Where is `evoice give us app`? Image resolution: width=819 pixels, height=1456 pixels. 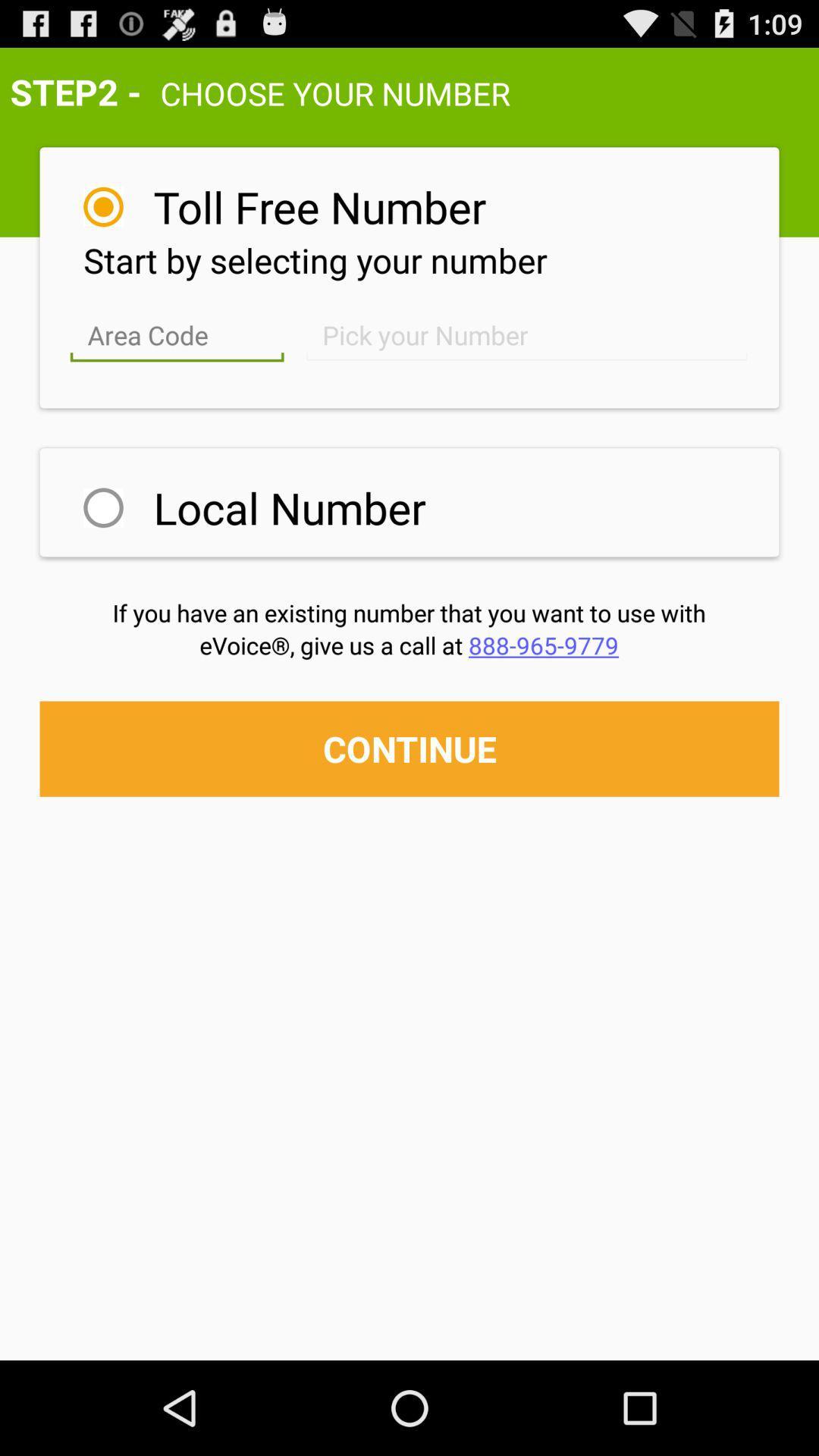
evoice give us app is located at coordinates (408, 645).